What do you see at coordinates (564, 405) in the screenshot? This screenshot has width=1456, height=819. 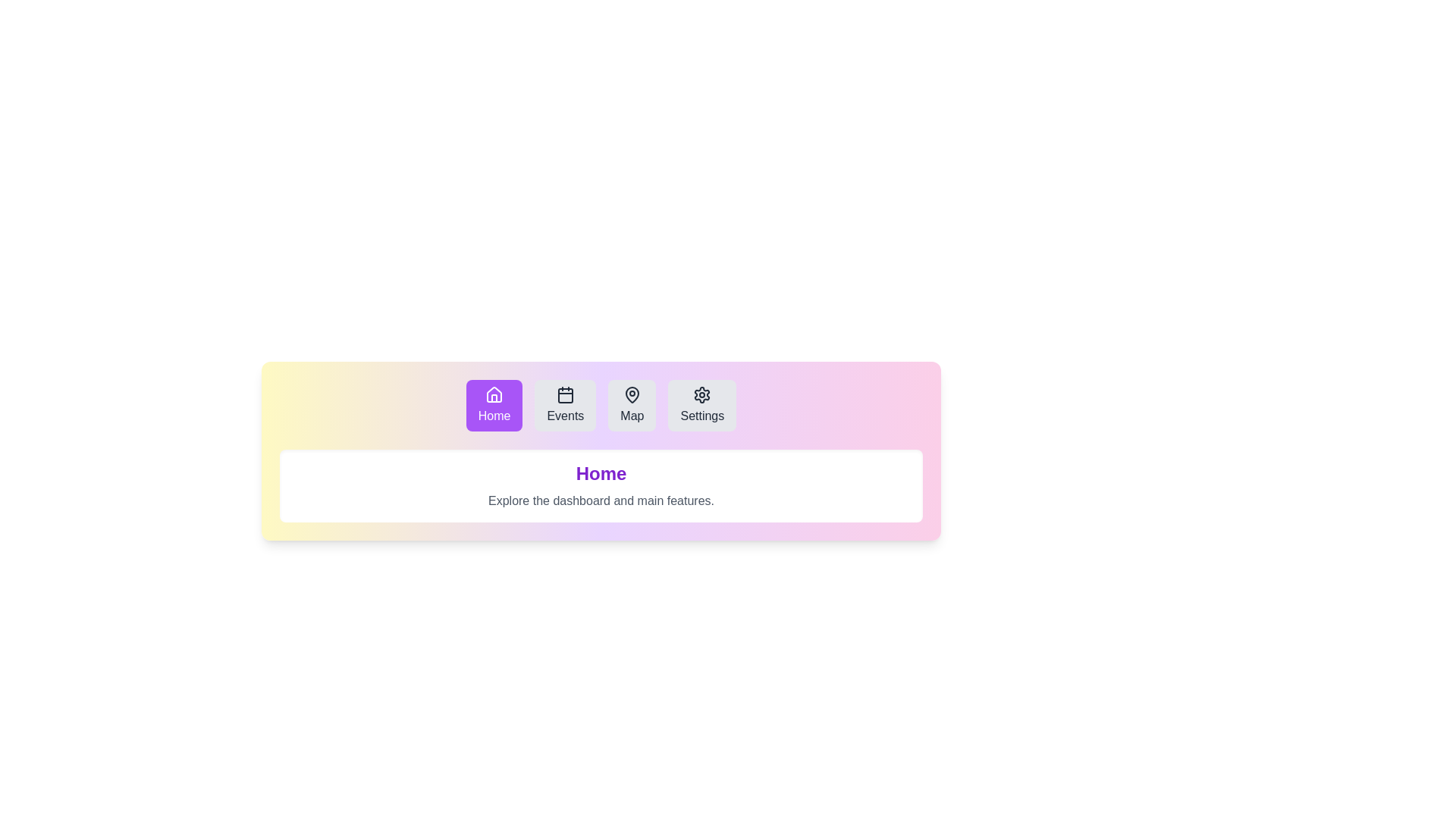 I see `the Events tab to observe its hover effect` at bounding box center [564, 405].